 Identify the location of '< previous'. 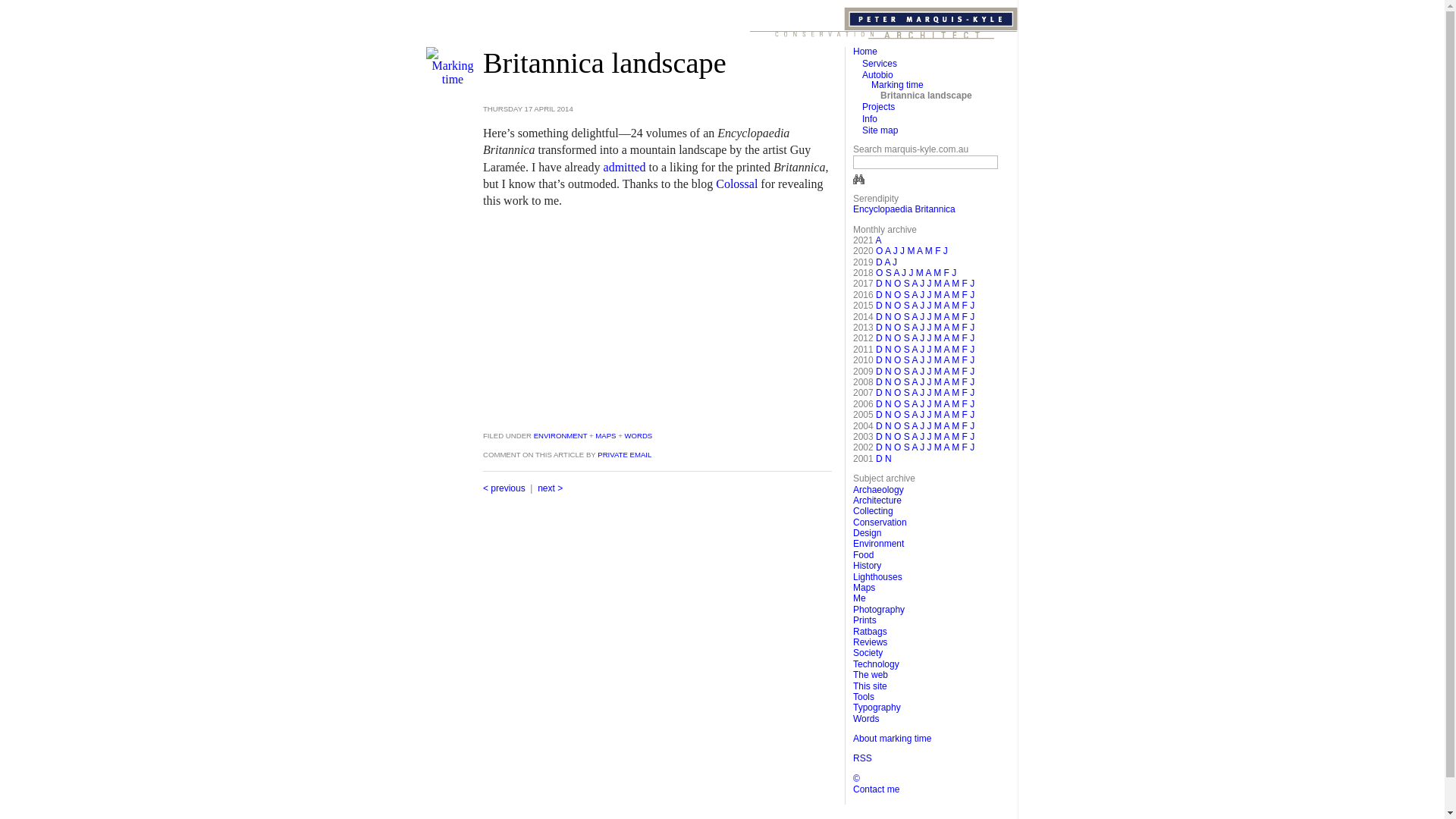
(504, 488).